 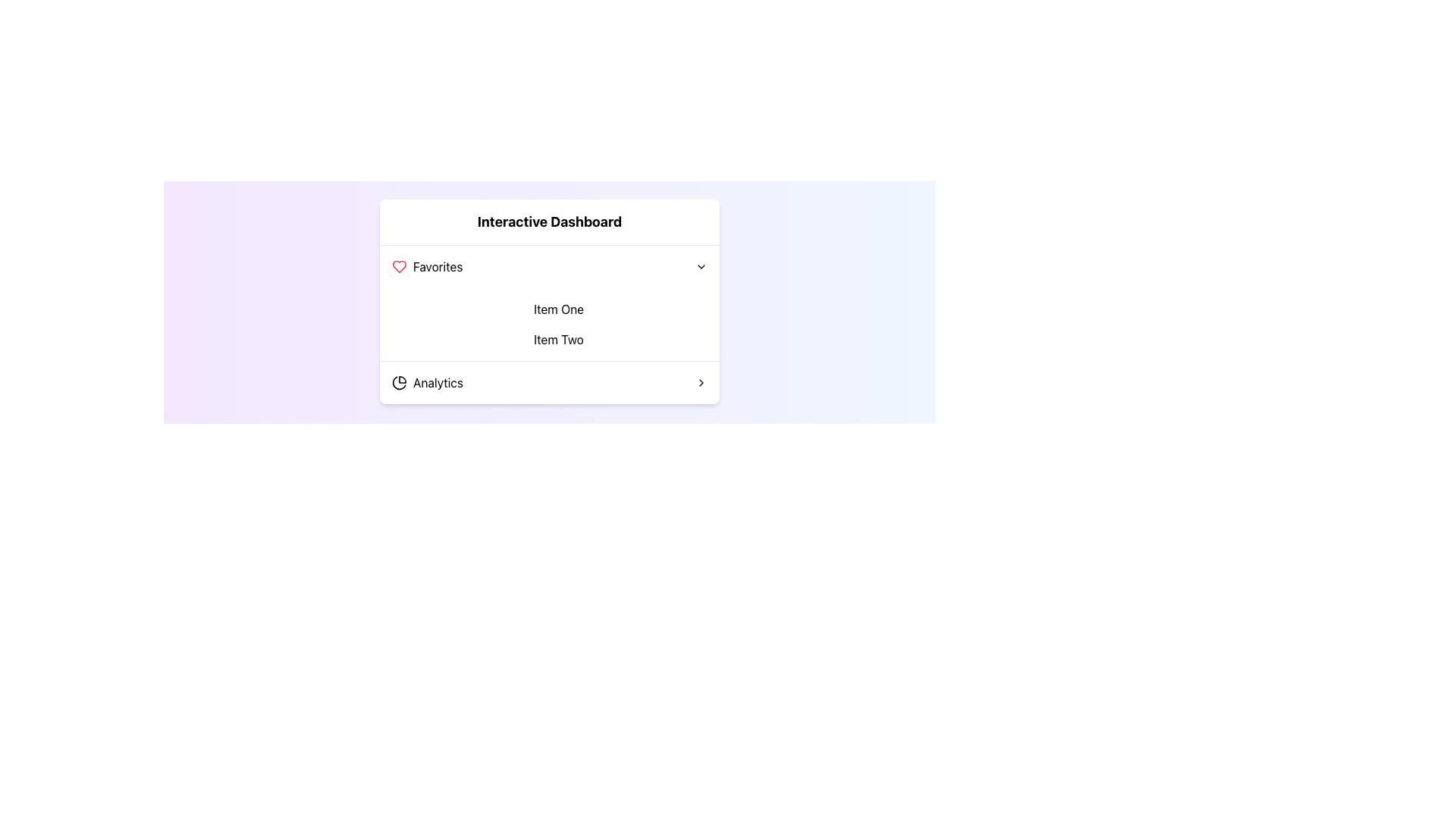 I want to click on the heart icon, which is a small red outlined icon with a white fill, located to the left of the text 'Favorites', so click(x=400, y=265).